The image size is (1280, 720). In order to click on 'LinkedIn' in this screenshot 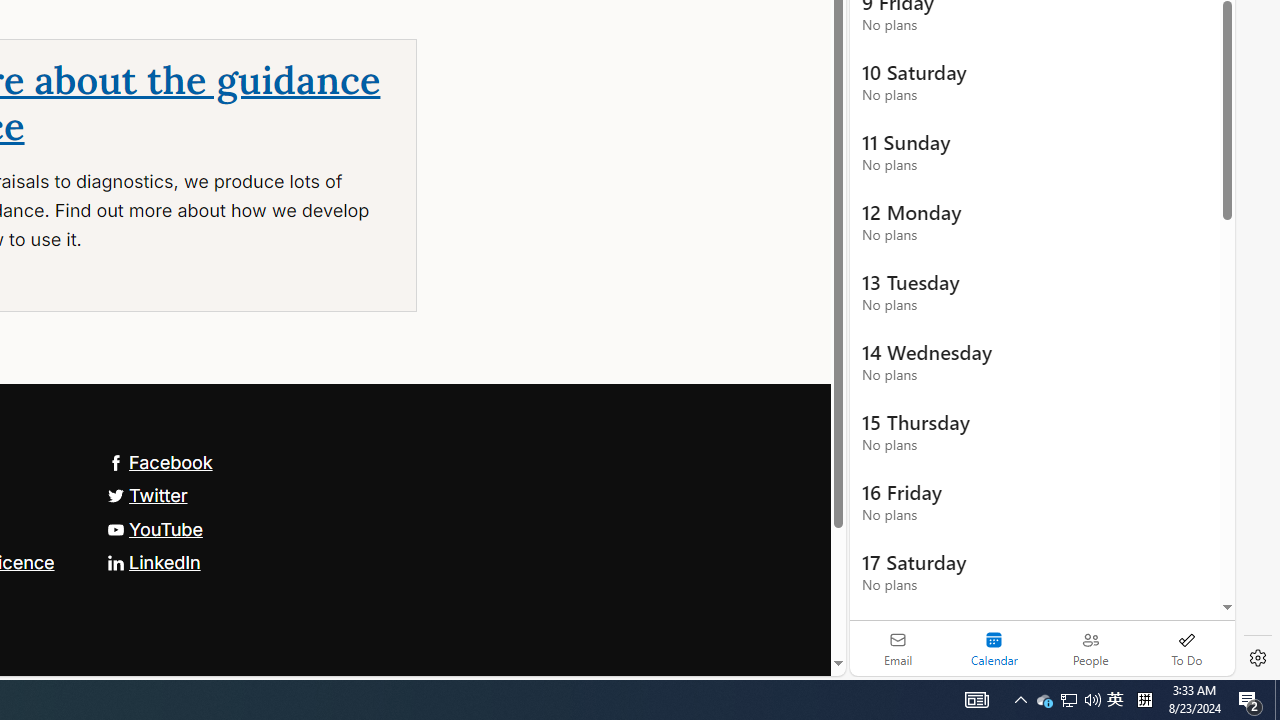, I will do `click(152, 561)`.